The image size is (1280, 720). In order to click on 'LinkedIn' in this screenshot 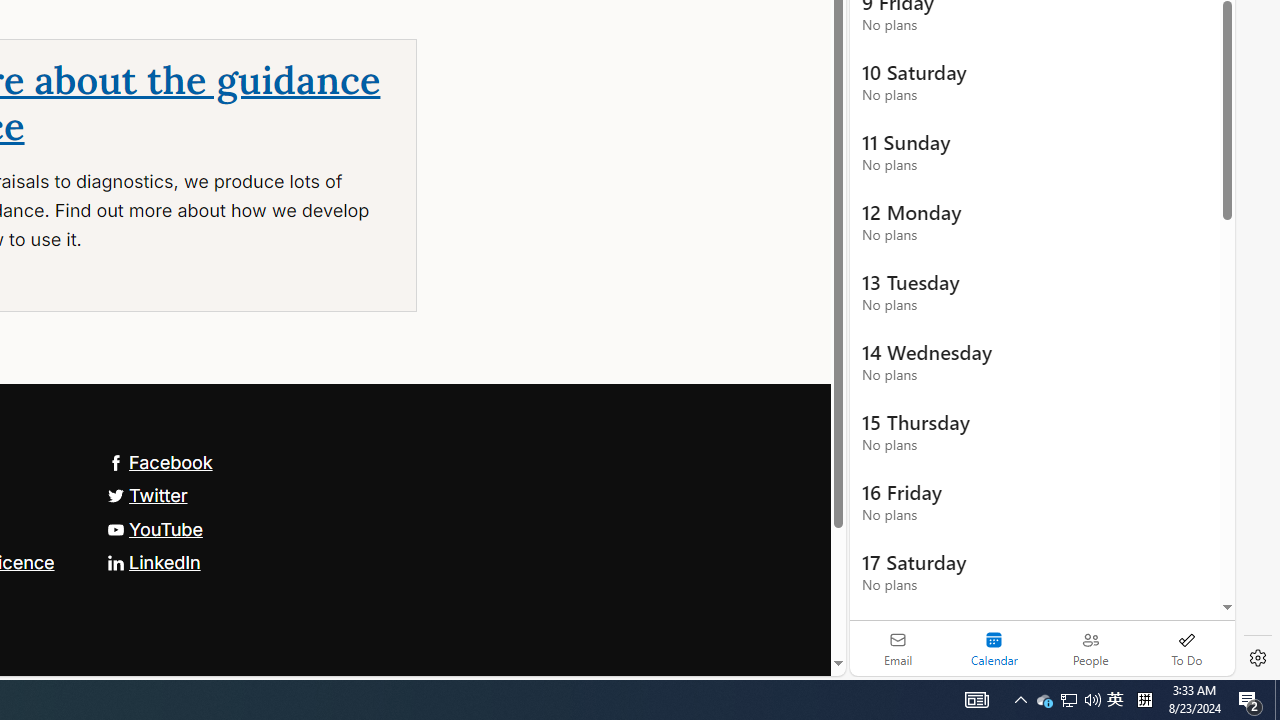, I will do `click(152, 561)`.